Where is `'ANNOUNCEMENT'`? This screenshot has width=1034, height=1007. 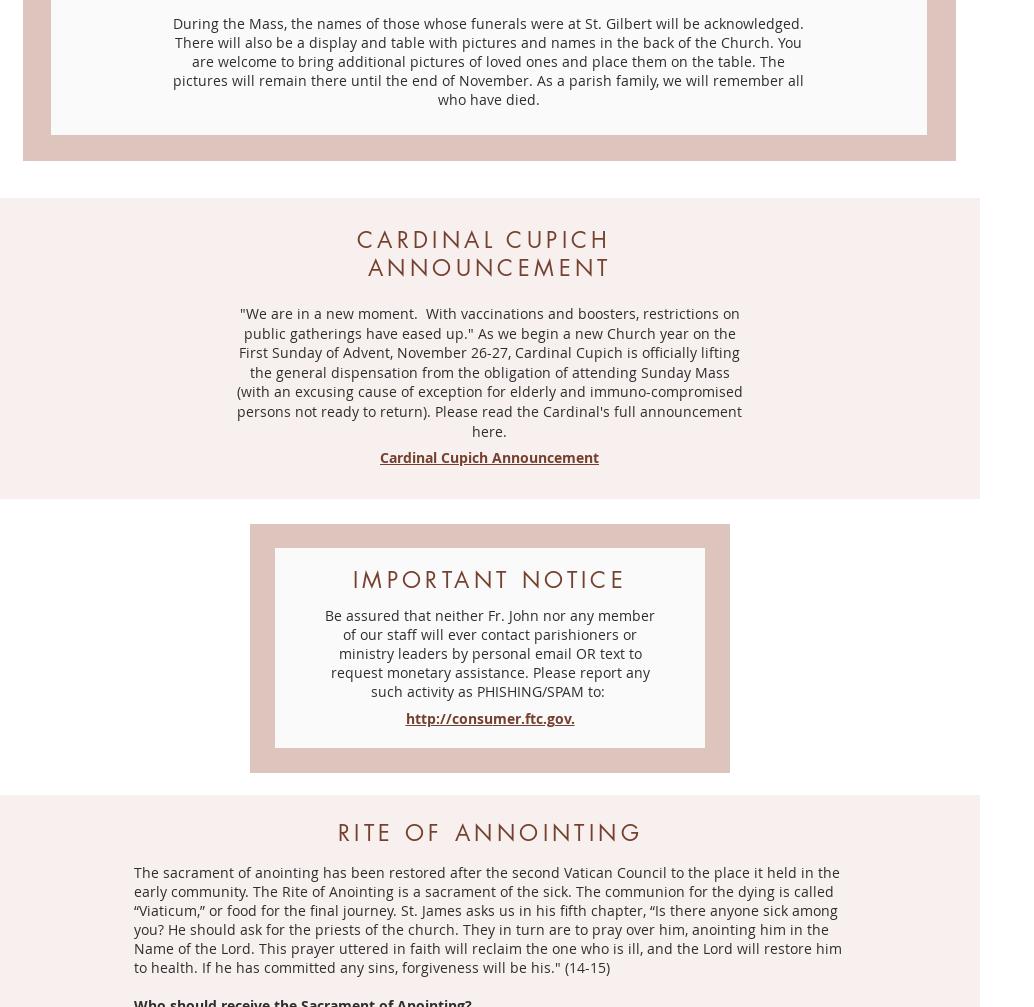 'ANNOUNCEMENT' is located at coordinates (488, 267).